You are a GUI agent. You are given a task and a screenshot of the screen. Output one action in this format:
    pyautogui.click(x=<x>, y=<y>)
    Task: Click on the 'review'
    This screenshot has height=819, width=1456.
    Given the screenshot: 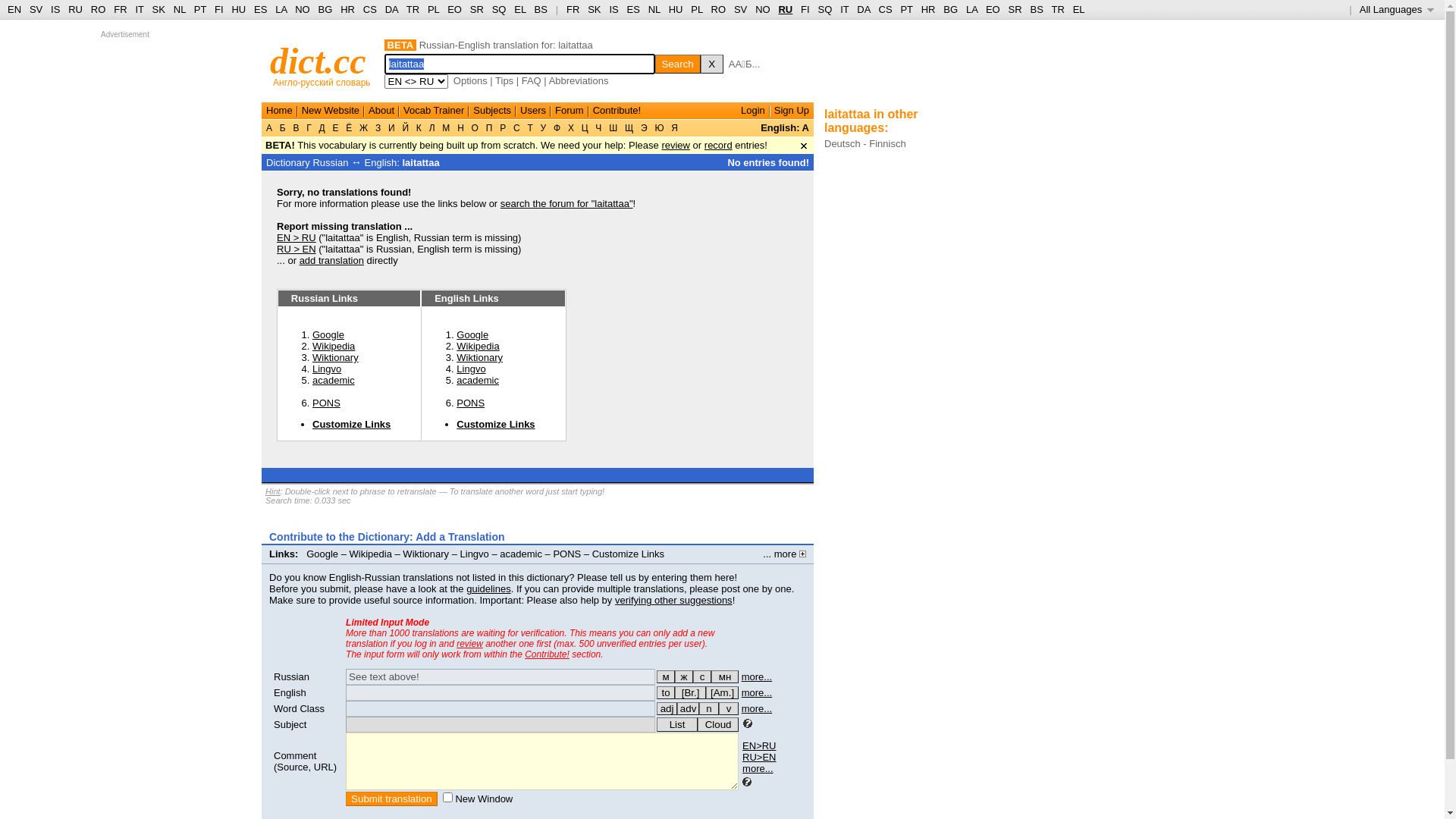 What is the action you would take?
    pyautogui.click(x=469, y=643)
    